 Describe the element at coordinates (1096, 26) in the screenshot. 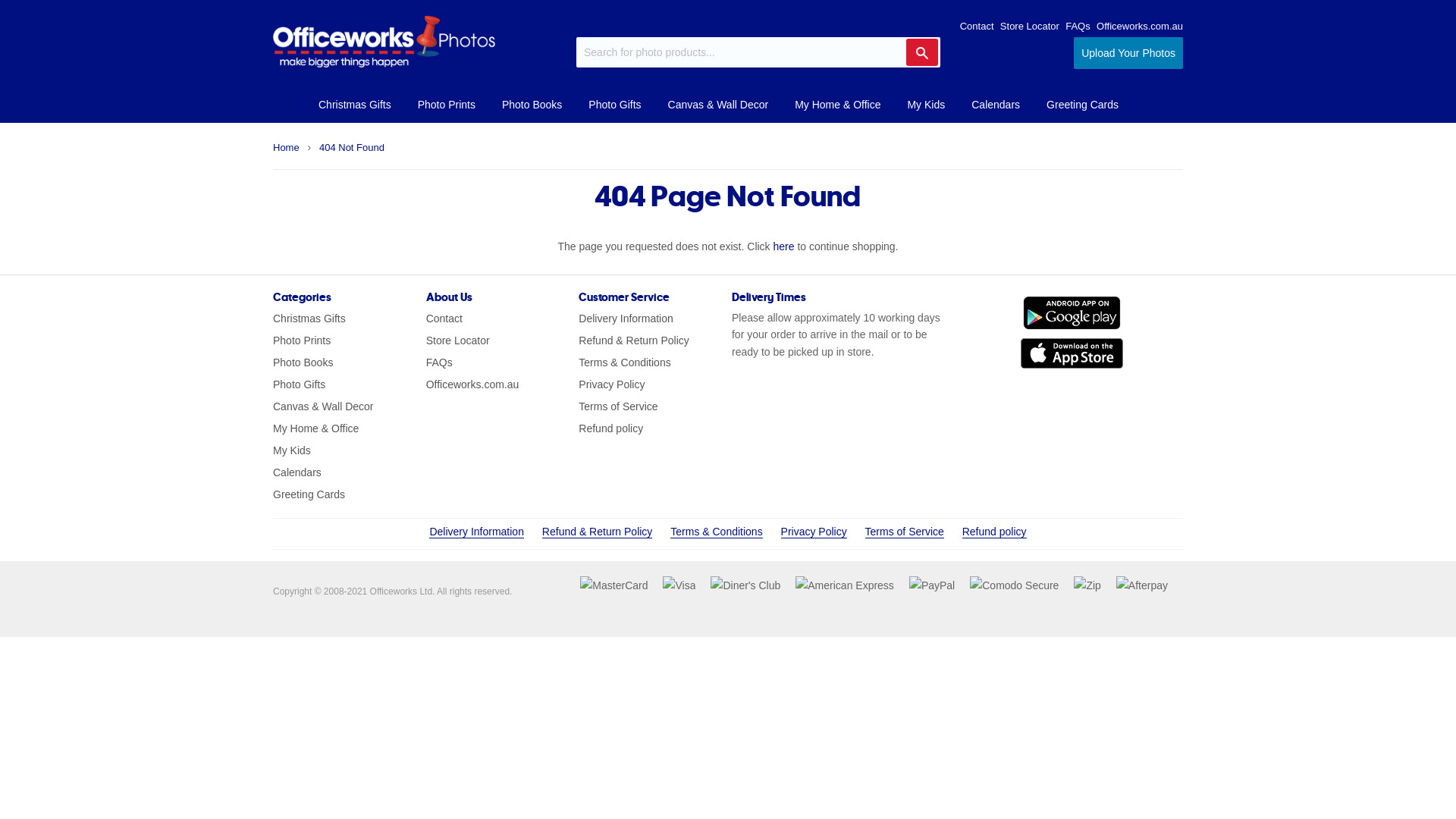

I see `'Officeworks.com.au'` at that location.